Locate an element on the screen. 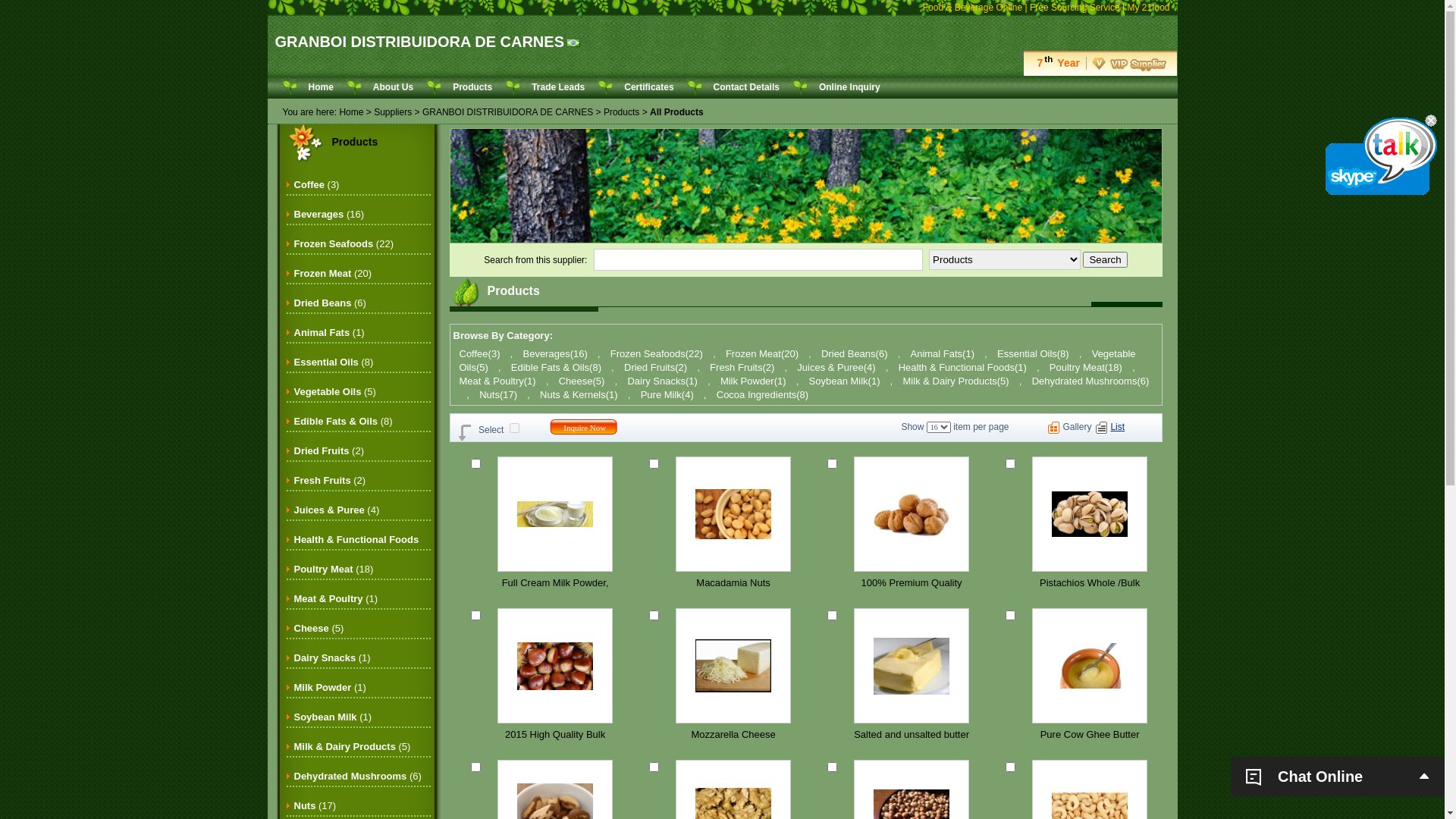  'Health & Functional Foods(1)' is located at coordinates (962, 367).